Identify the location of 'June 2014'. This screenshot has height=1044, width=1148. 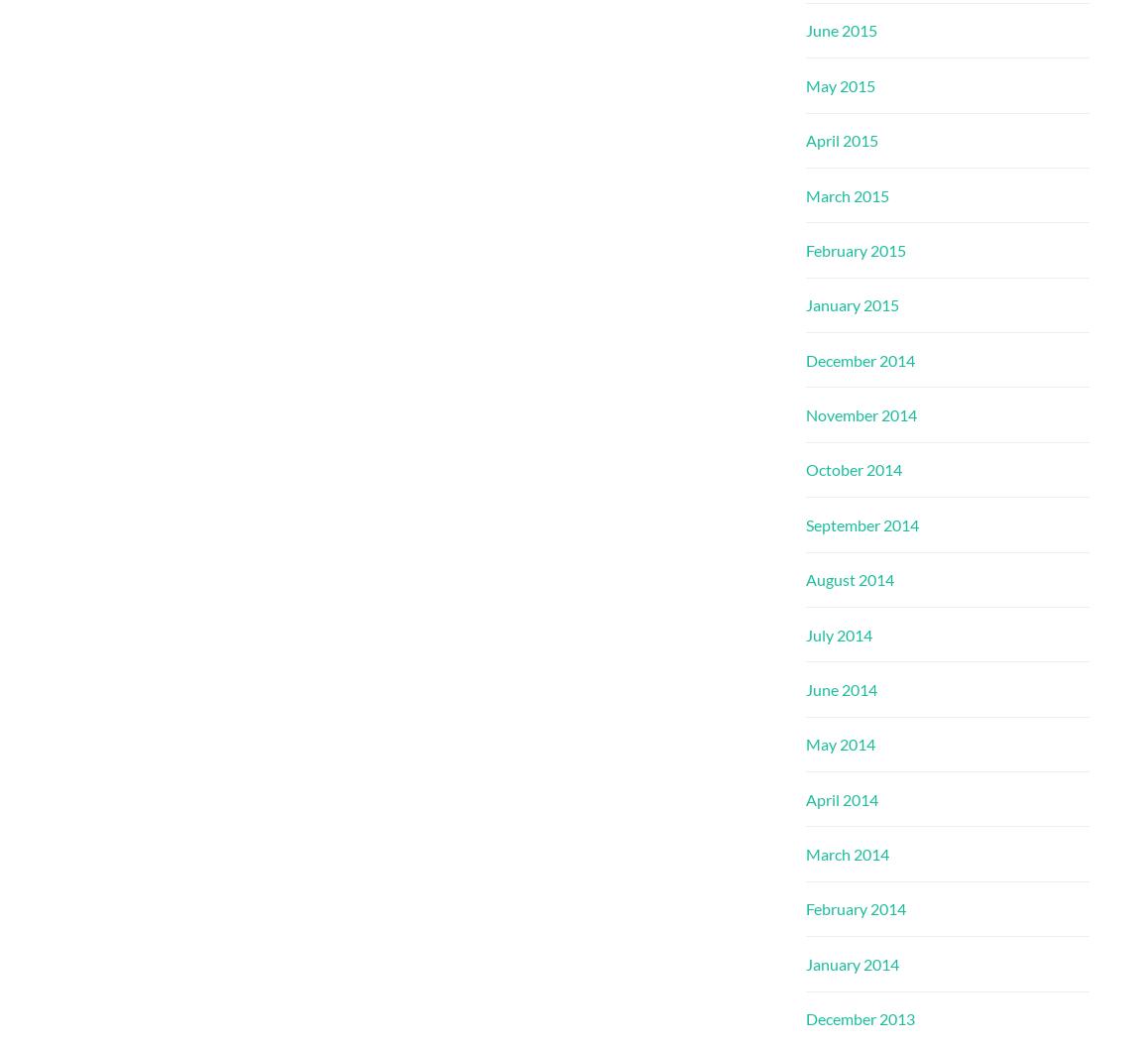
(805, 688).